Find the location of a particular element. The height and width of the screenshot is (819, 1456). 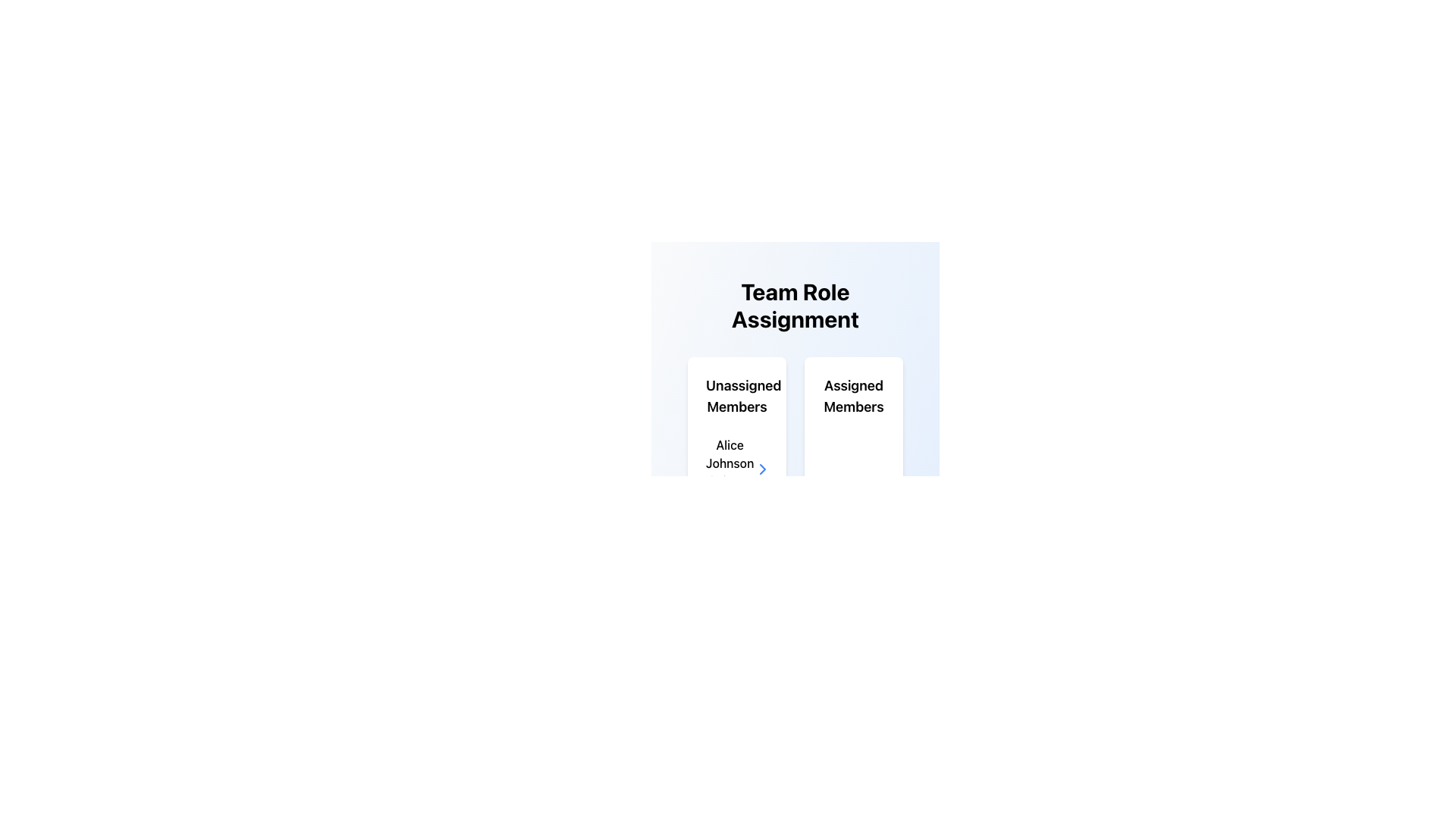

the rightward-pointing arrowhead-shaped icon located to the right of 'Alice Johnson' in the 'Unassigned Members' card under 'Team Role Assignment' is located at coordinates (763, 468).